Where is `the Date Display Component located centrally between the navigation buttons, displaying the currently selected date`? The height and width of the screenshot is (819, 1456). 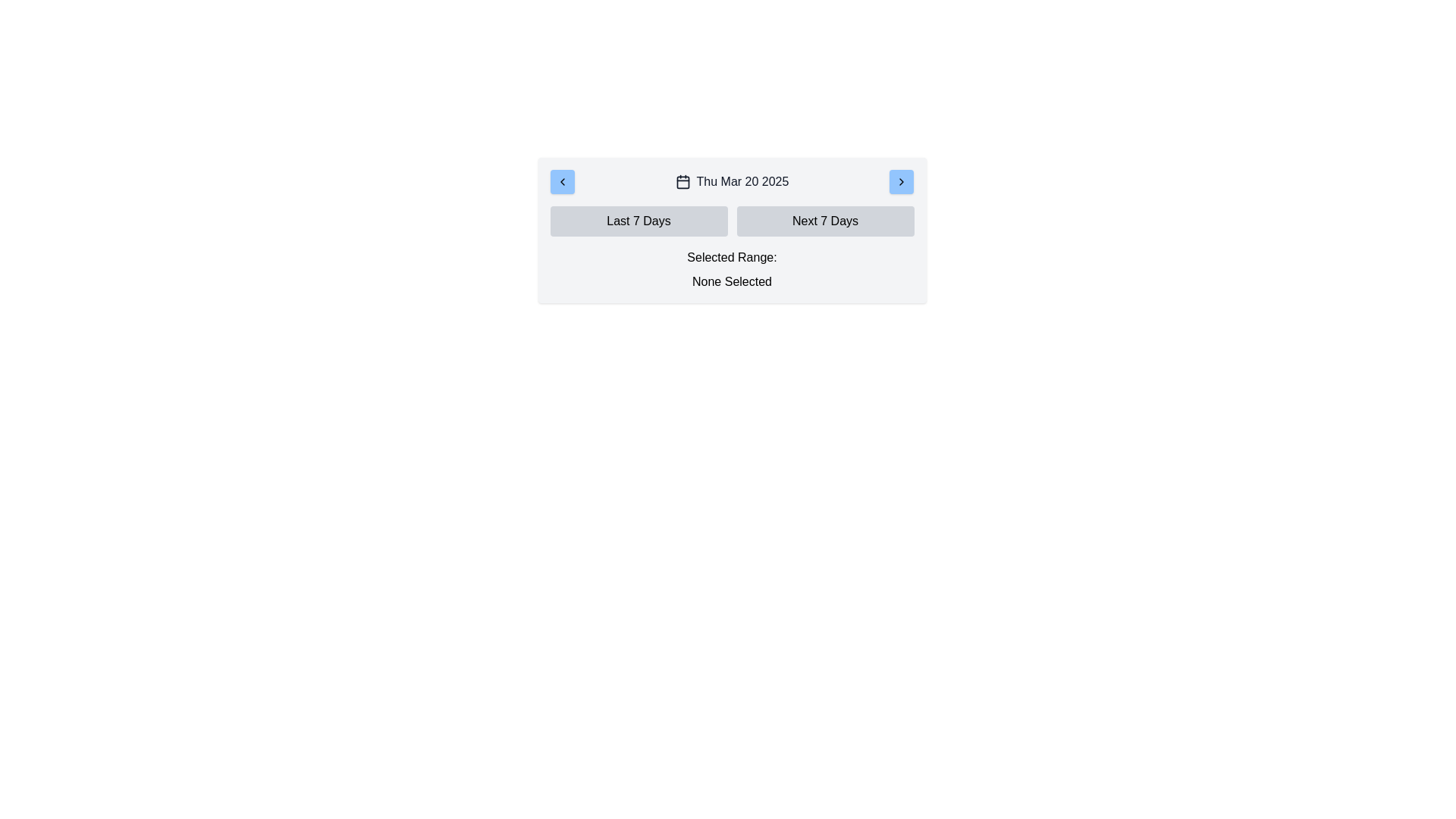
the Date Display Component located centrally between the navigation buttons, displaying the currently selected date is located at coordinates (732, 180).